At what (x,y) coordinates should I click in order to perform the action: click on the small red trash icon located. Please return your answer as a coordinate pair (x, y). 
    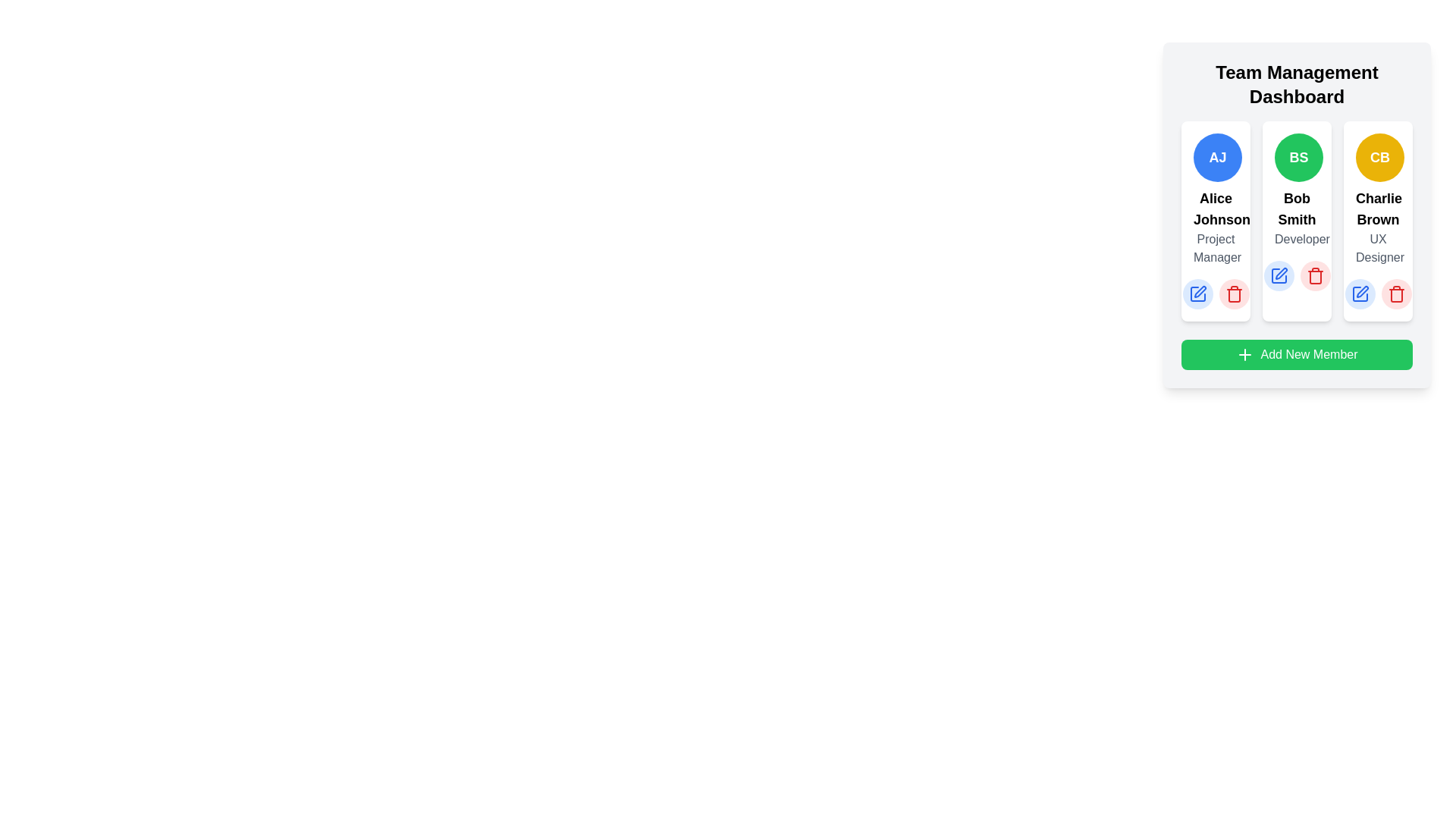
    Looking at the image, I should click on (1234, 294).